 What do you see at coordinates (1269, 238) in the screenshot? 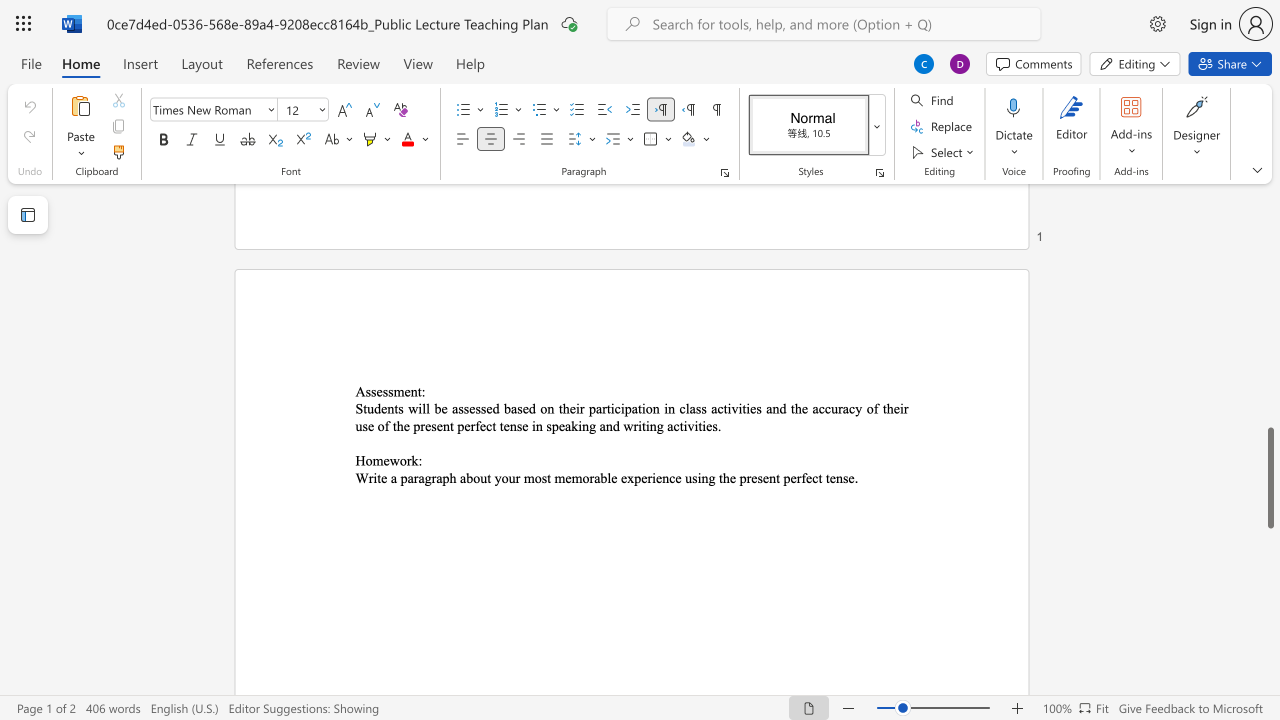
I see `the vertical scrollbar to raise the page content` at bounding box center [1269, 238].